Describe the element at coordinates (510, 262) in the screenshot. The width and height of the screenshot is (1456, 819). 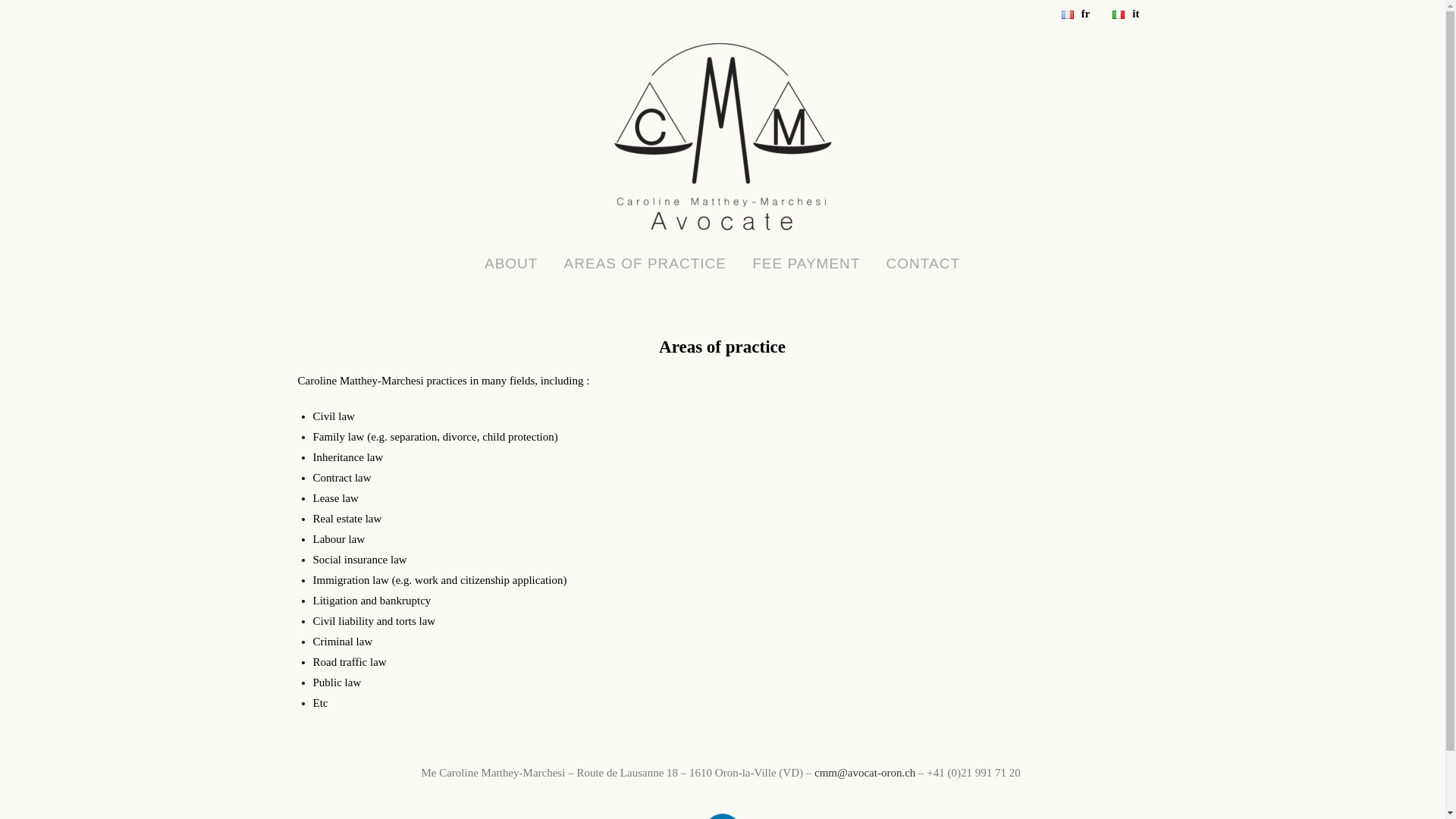
I see `'ABOUT'` at that location.